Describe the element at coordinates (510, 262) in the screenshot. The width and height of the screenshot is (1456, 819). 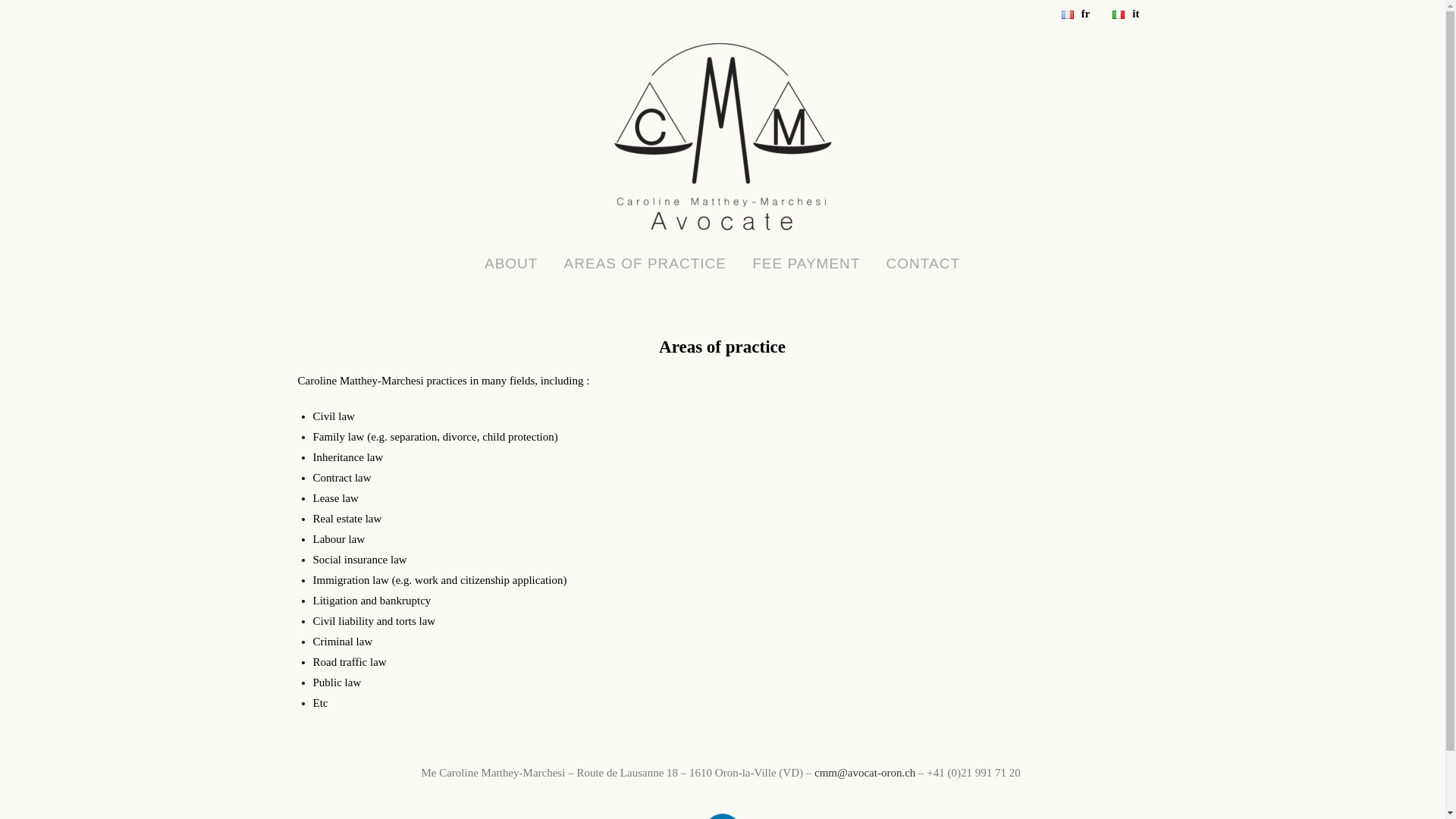
I see `'ABOUT'` at that location.